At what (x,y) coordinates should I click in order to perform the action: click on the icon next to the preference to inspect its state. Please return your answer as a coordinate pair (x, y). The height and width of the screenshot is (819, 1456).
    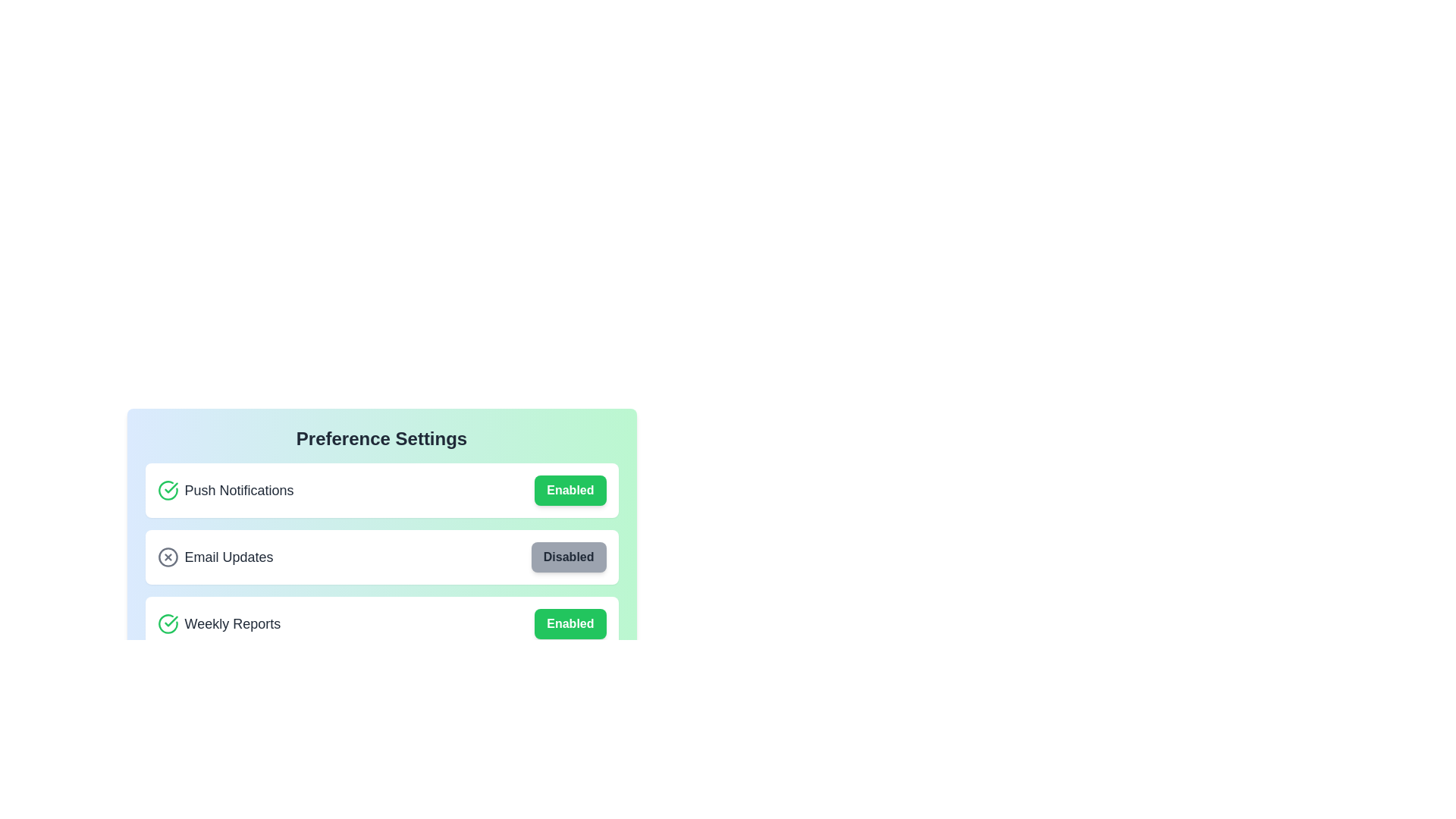
    Looking at the image, I should click on (168, 491).